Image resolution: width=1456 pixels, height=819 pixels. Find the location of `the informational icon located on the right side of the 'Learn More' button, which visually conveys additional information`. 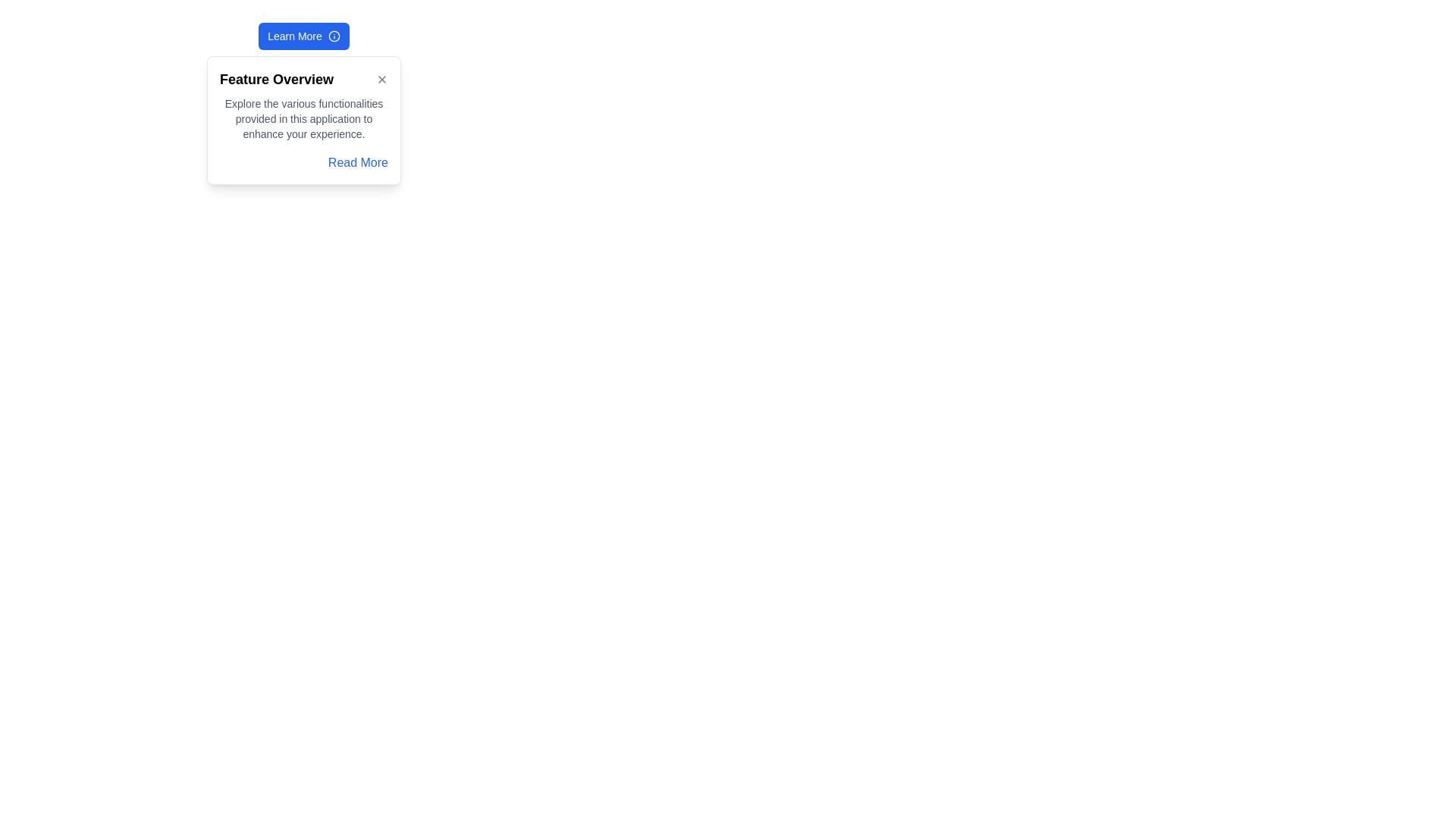

the informational icon located on the right side of the 'Learn More' button, which visually conveys additional information is located at coordinates (333, 35).